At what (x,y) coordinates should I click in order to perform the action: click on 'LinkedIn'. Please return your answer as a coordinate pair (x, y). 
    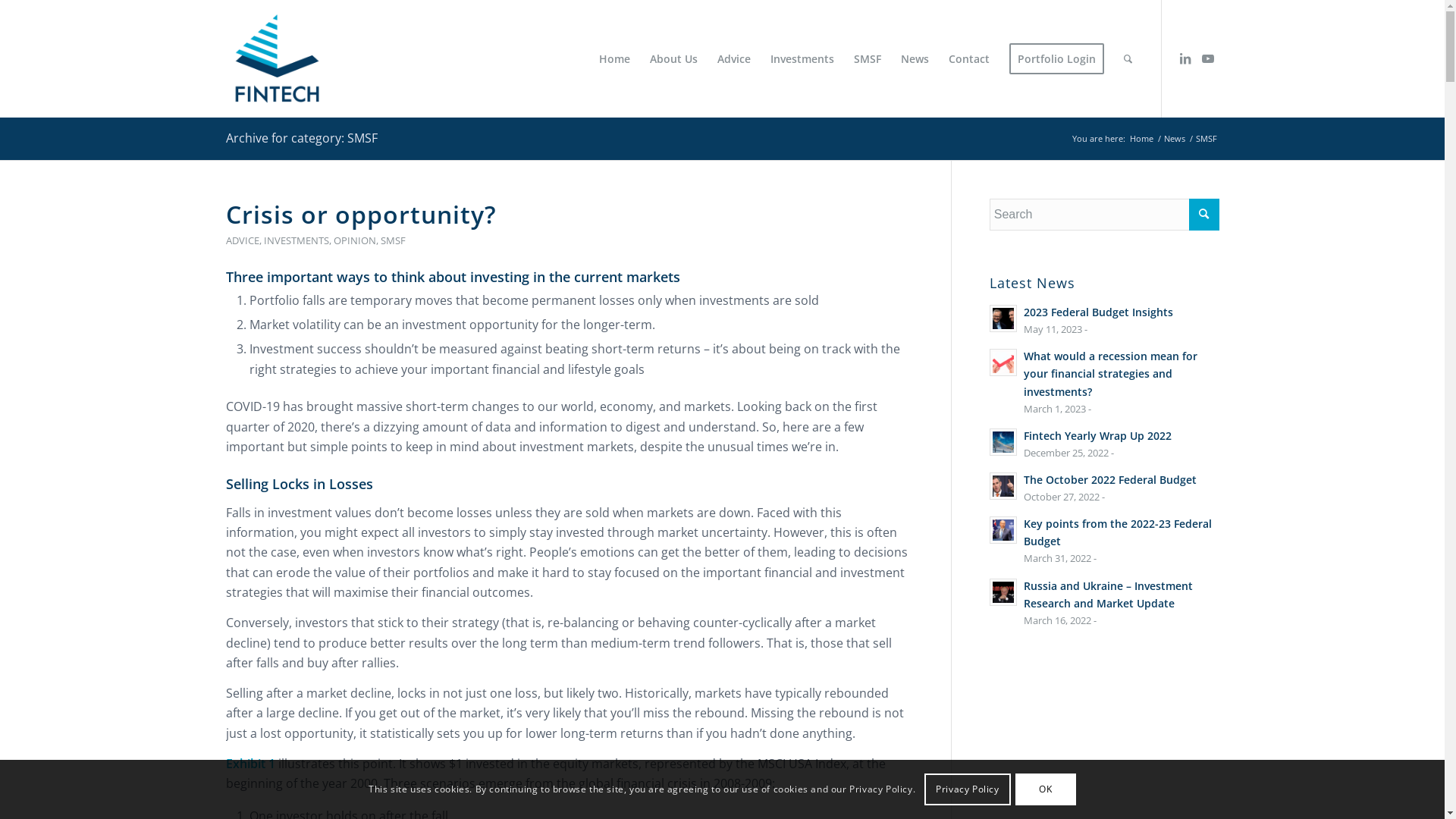
    Looking at the image, I should click on (1185, 58).